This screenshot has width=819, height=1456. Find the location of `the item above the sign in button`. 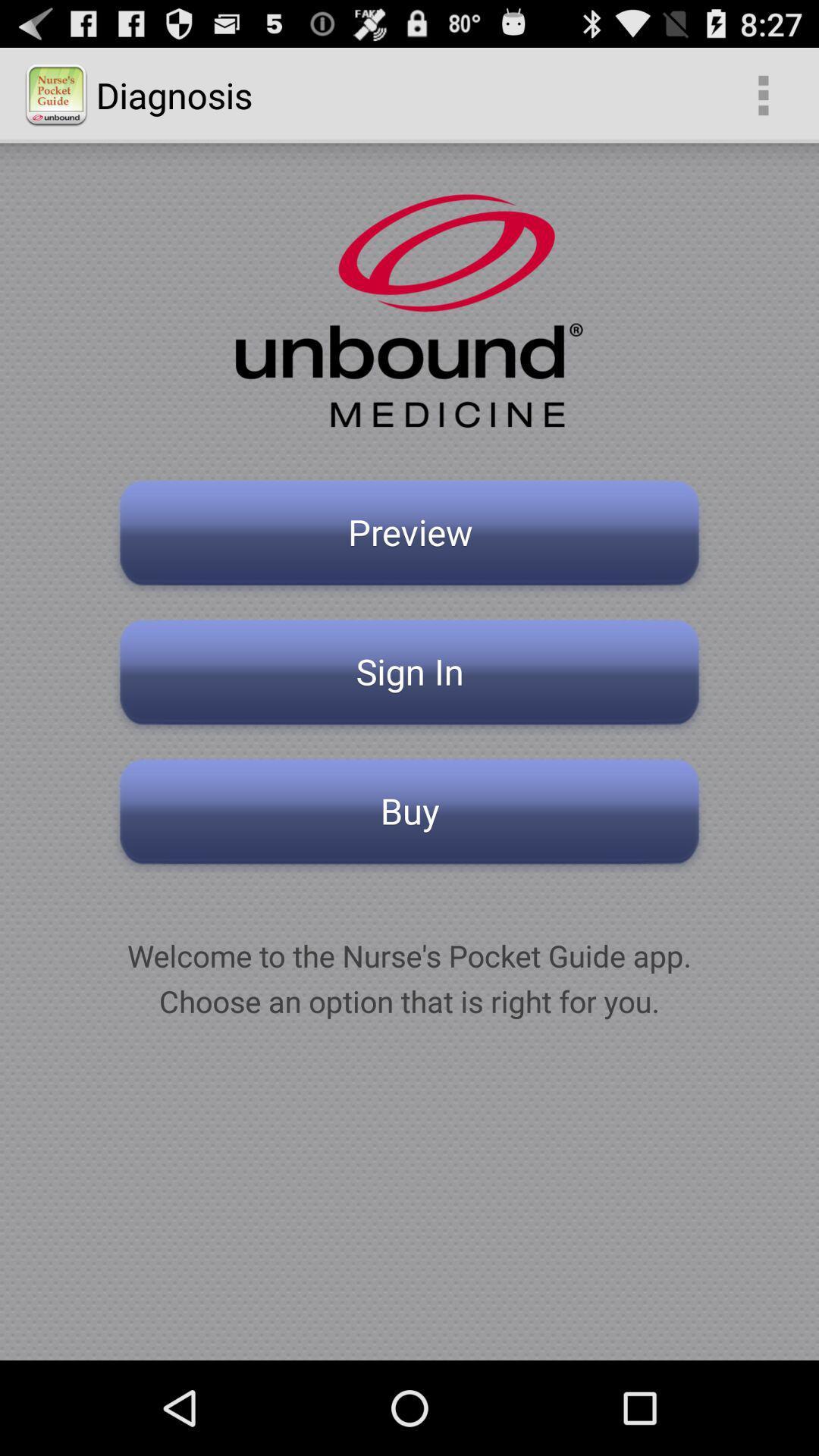

the item above the sign in button is located at coordinates (409, 537).